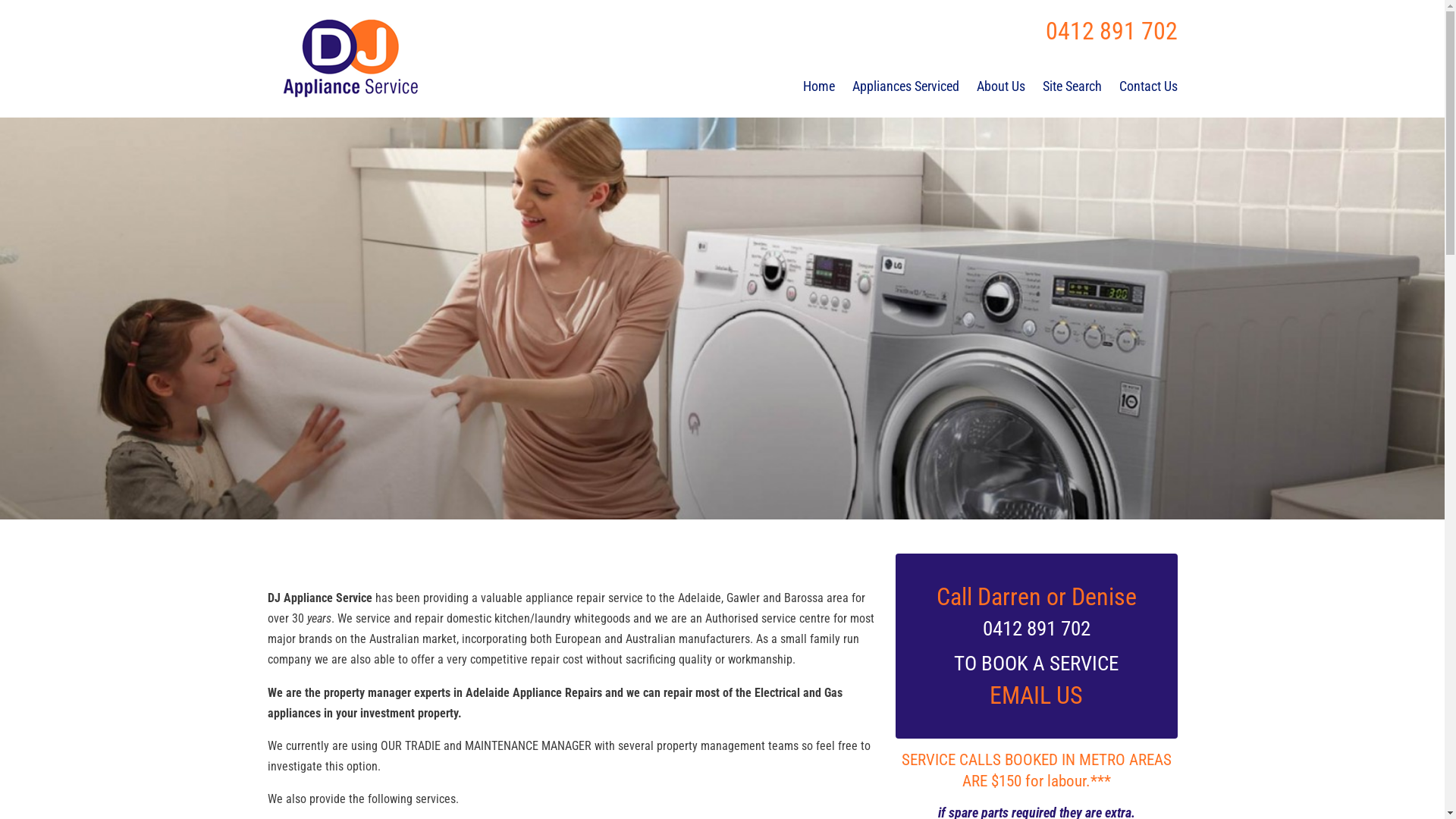 Image resolution: width=1456 pixels, height=819 pixels. What do you see at coordinates (818, 86) in the screenshot?
I see `'Home'` at bounding box center [818, 86].